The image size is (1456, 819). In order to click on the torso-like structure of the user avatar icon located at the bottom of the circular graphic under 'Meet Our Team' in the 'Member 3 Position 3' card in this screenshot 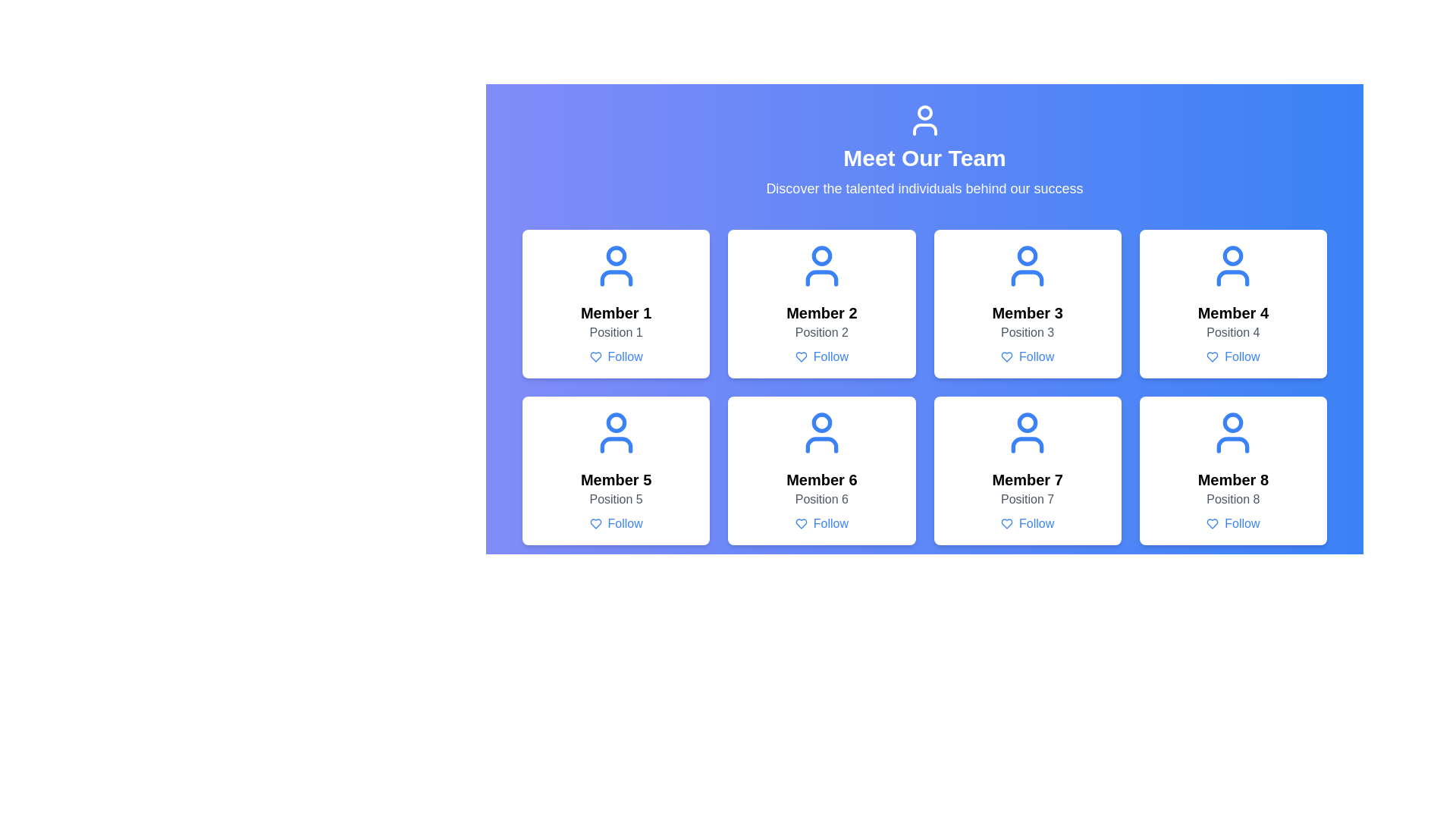, I will do `click(1028, 278)`.